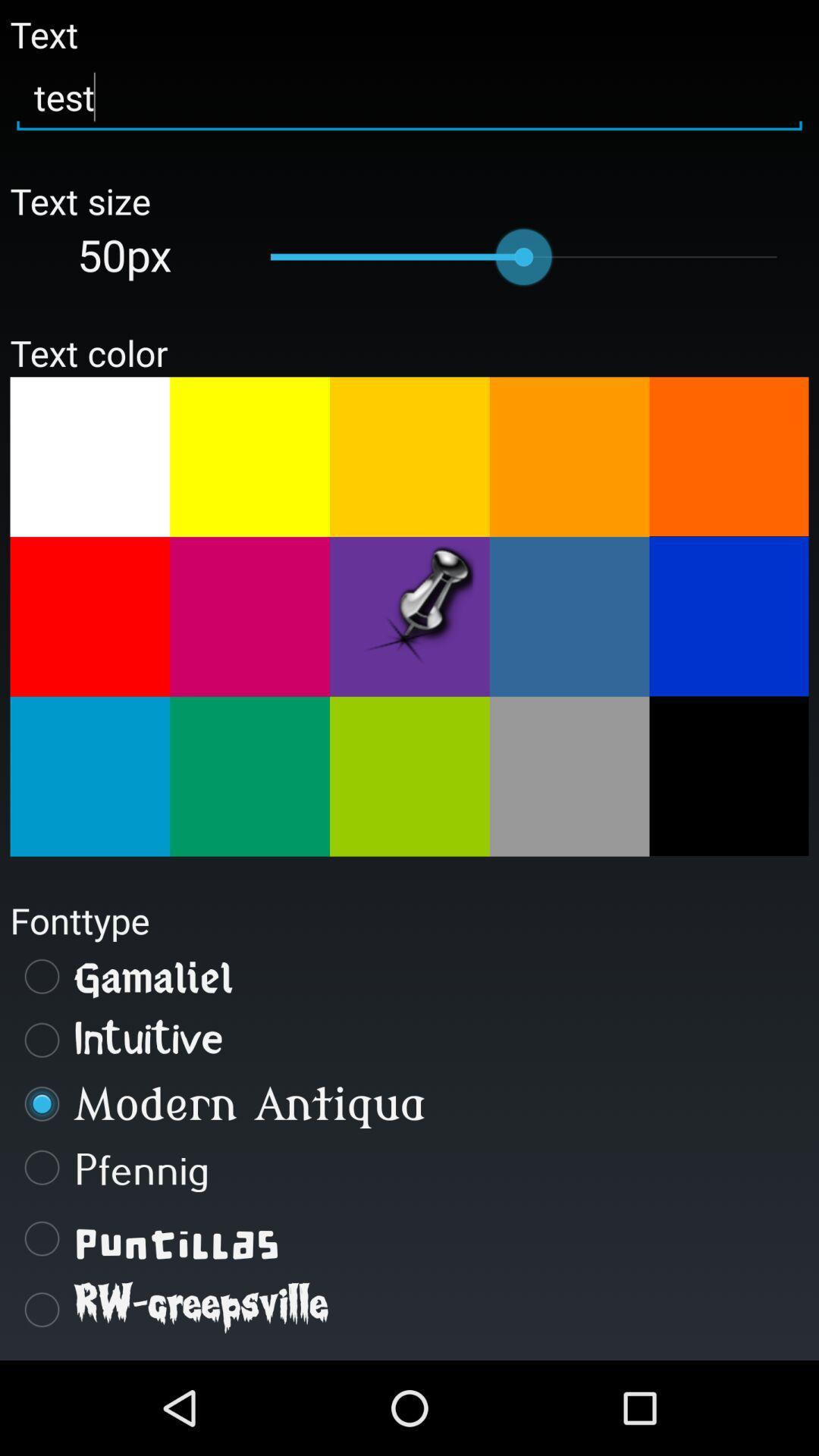  What do you see at coordinates (570, 777) in the screenshot?
I see `choose this color` at bounding box center [570, 777].